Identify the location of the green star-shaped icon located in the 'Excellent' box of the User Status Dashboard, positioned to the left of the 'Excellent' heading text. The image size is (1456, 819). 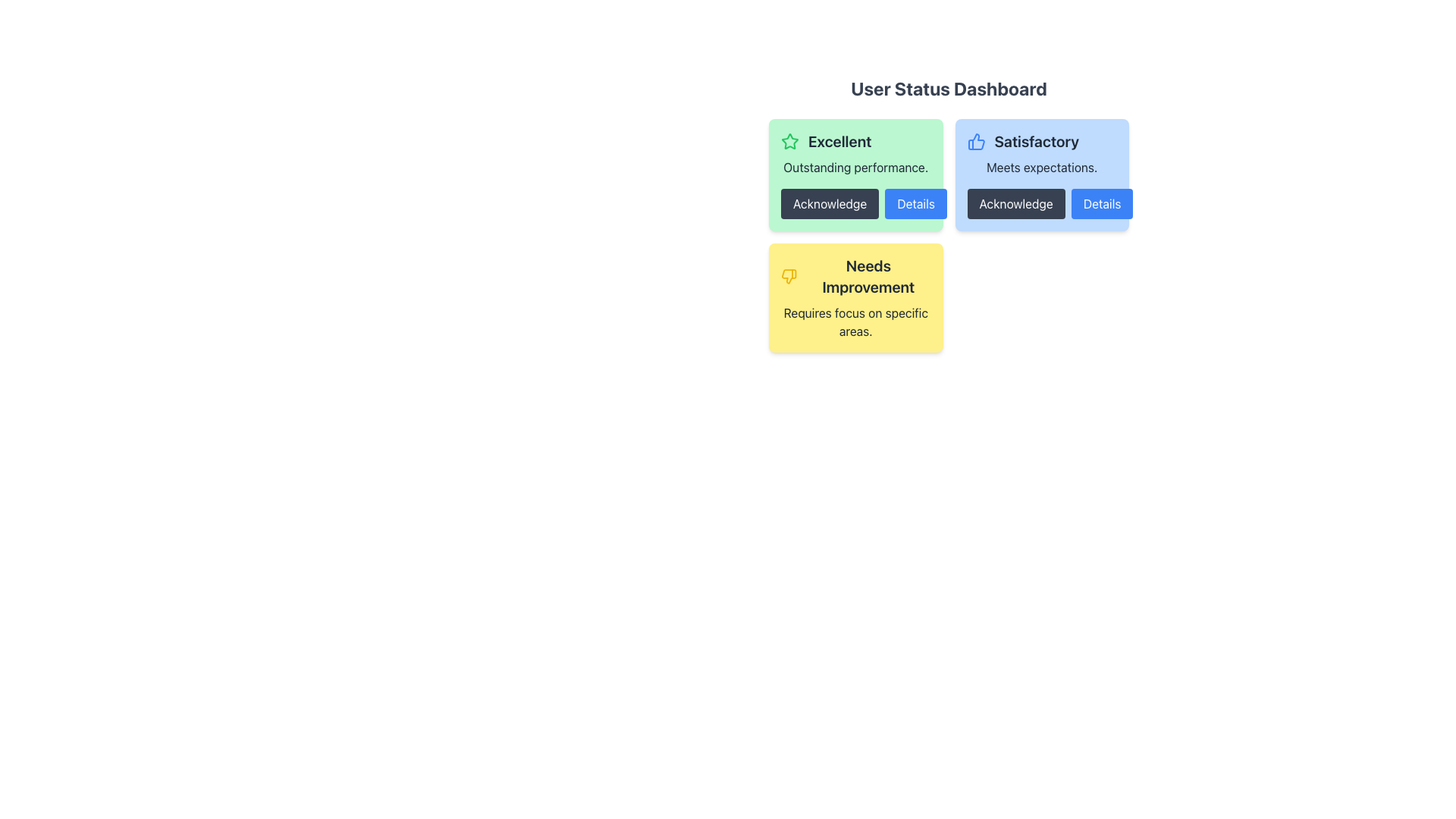
(789, 141).